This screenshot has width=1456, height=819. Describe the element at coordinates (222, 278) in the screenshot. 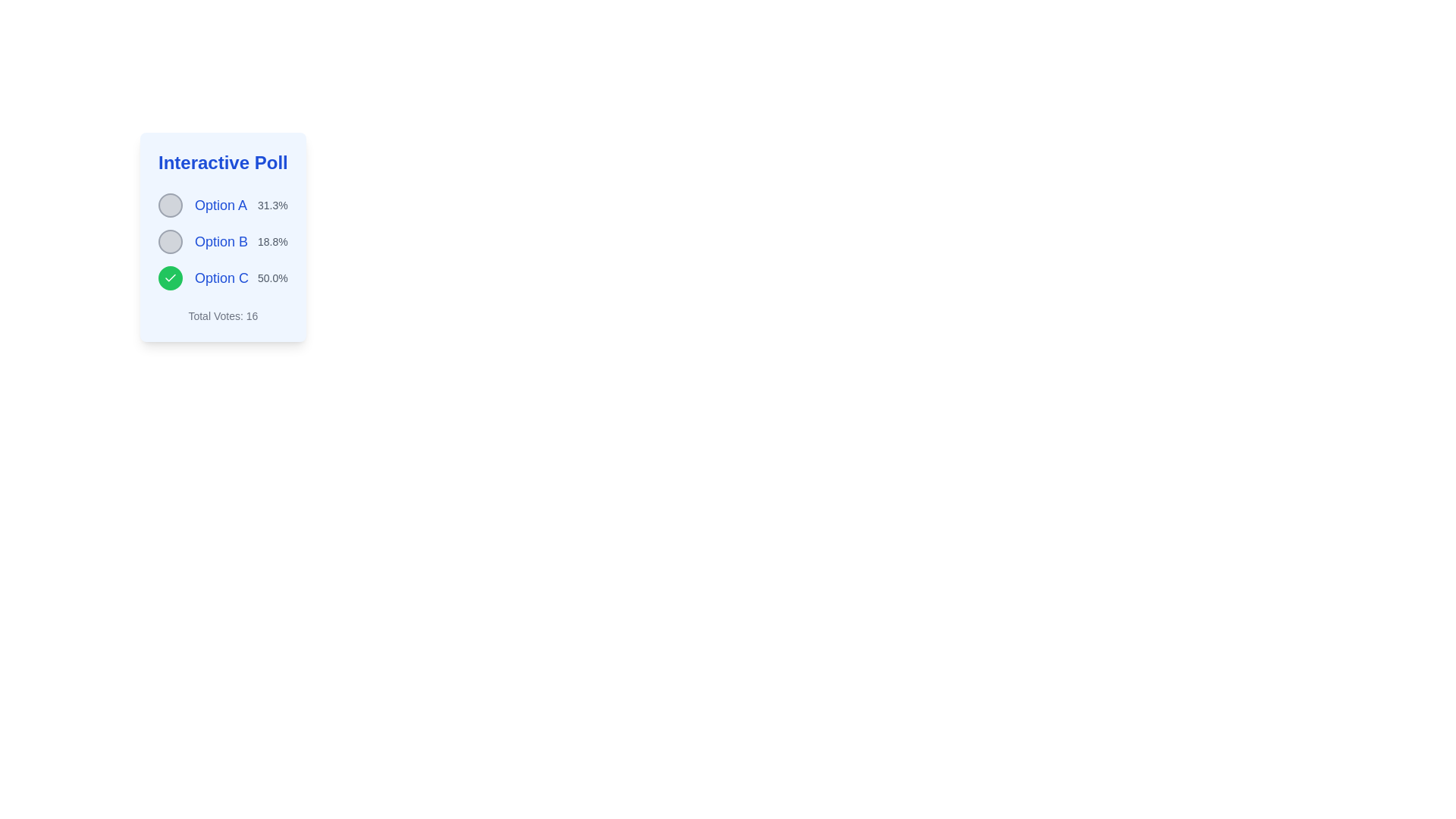

I see `associated label and percentage data of the selected poll option 'Option C' checkbox, which is the third entry in the vertical list of options in the 'Interactive Poll' card` at that location.